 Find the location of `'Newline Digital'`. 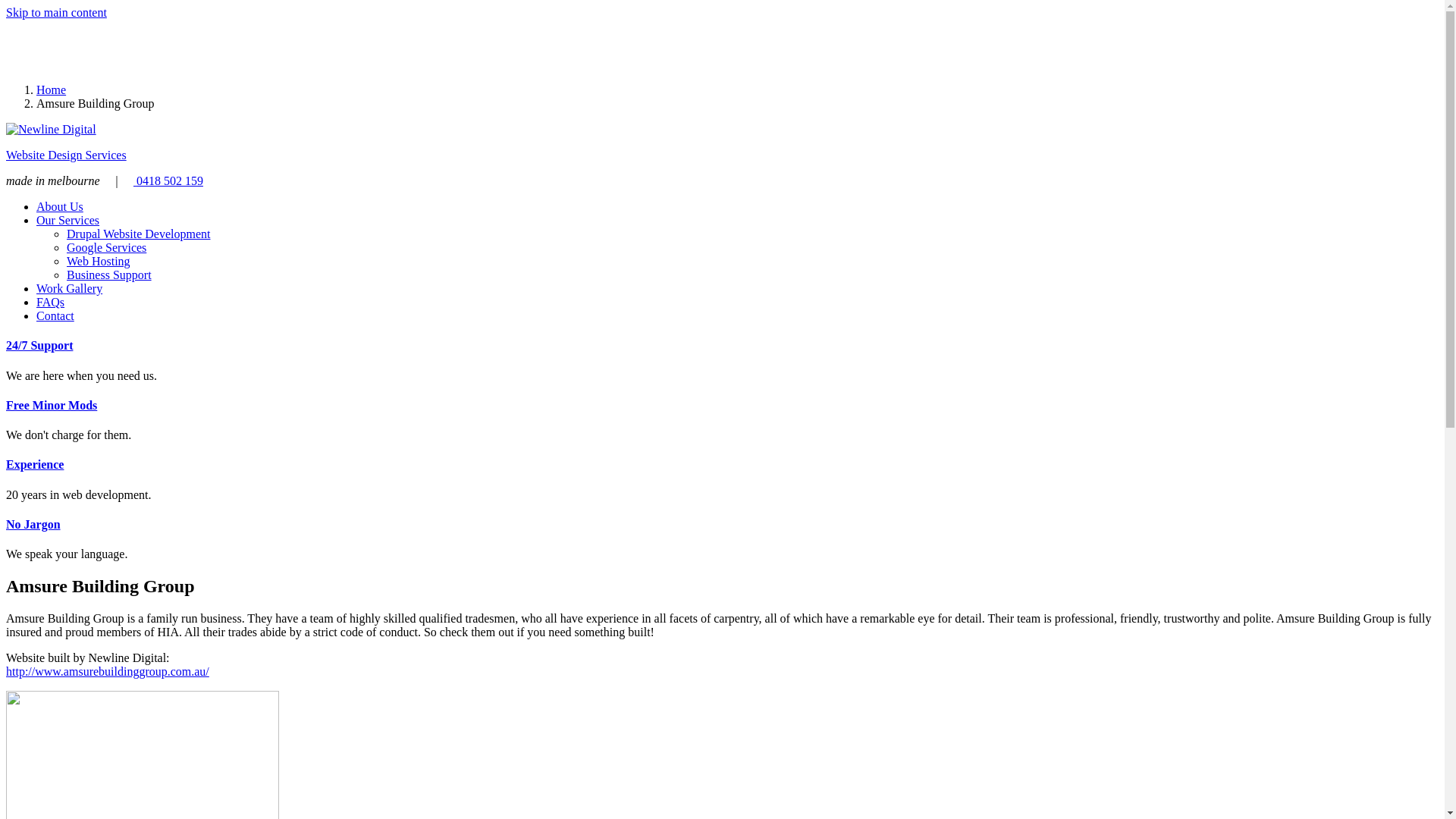

'Newline Digital' is located at coordinates (51, 128).